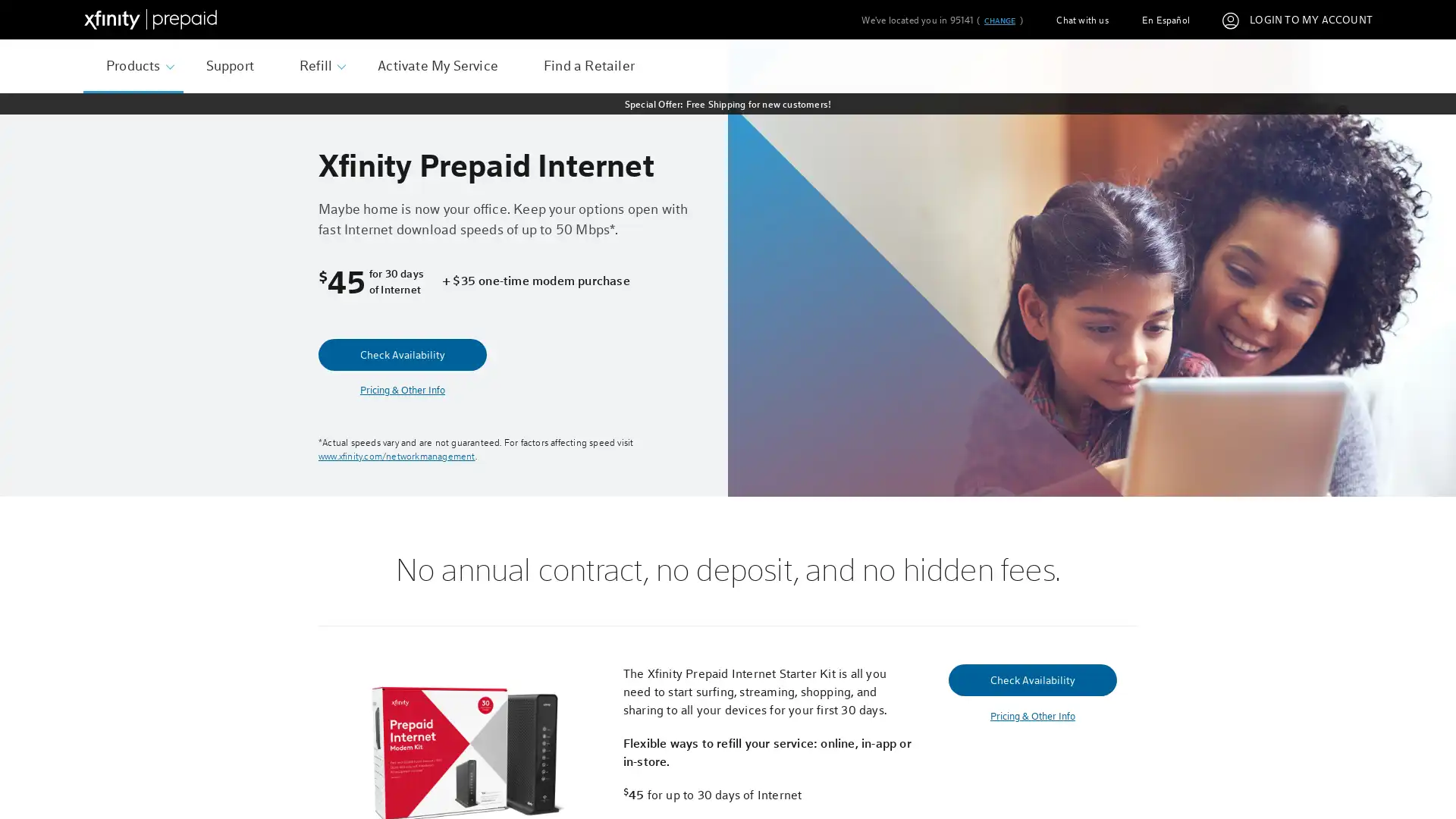  Describe the element at coordinates (1031, 716) in the screenshot. I see `Pricing & Other Info` at that location.